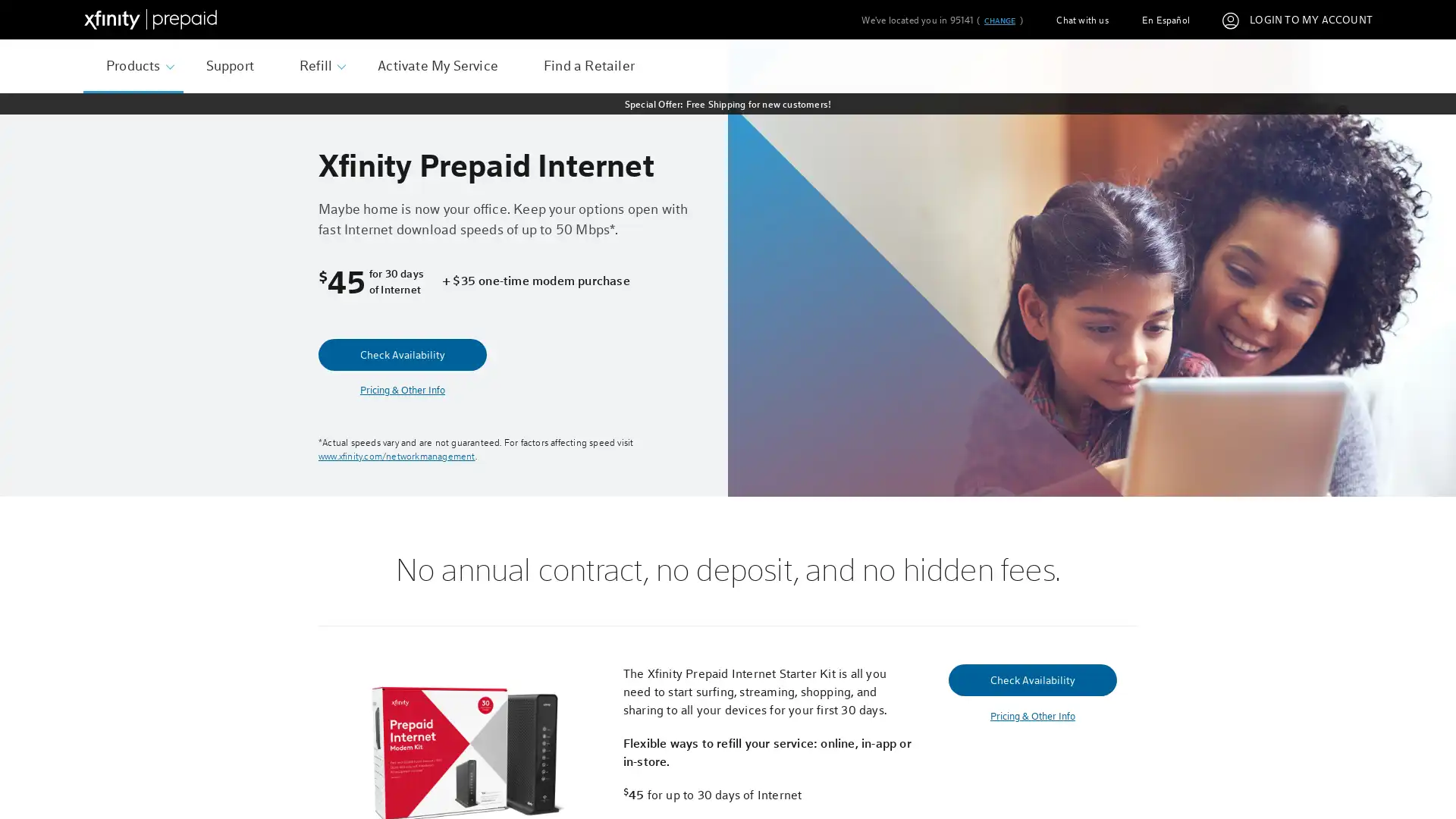  Describe the element at coordinates (1031, 716) in the screenshot. I see `Pricing & Other Info` at that location.